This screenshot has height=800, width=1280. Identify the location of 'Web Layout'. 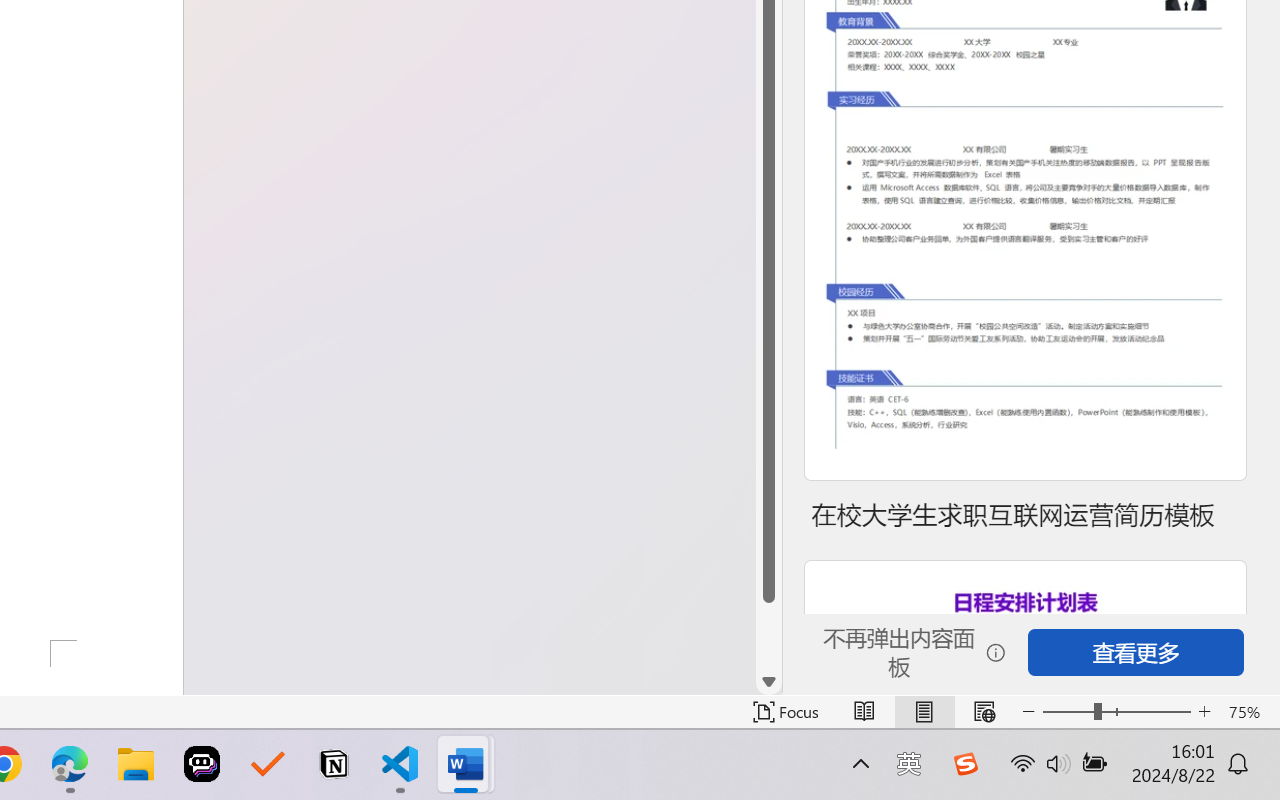
(984, 711).